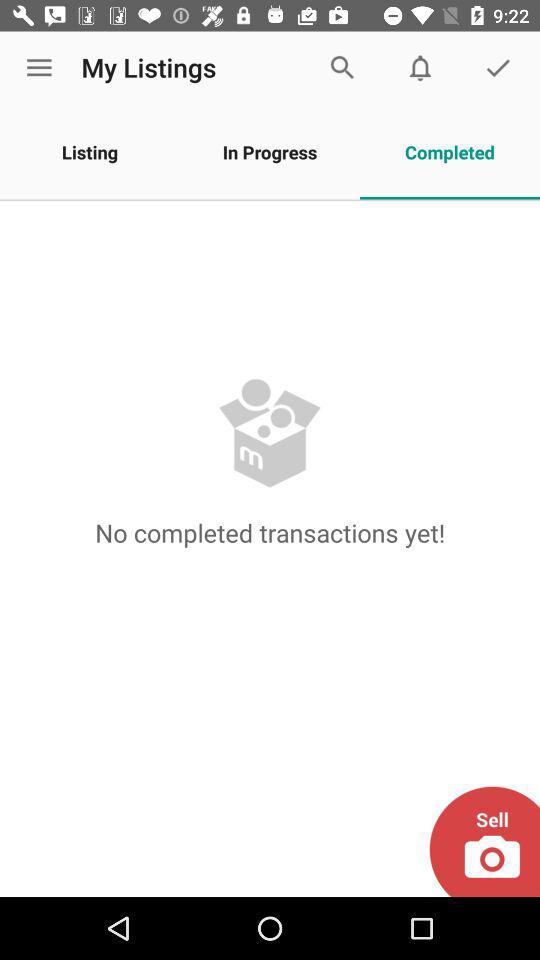 The width and height of the screenshot is (540, 960). Describe the element at coordinates (483, 840) in the screenshot. I see `the icon at the bottom right corner` at that location.